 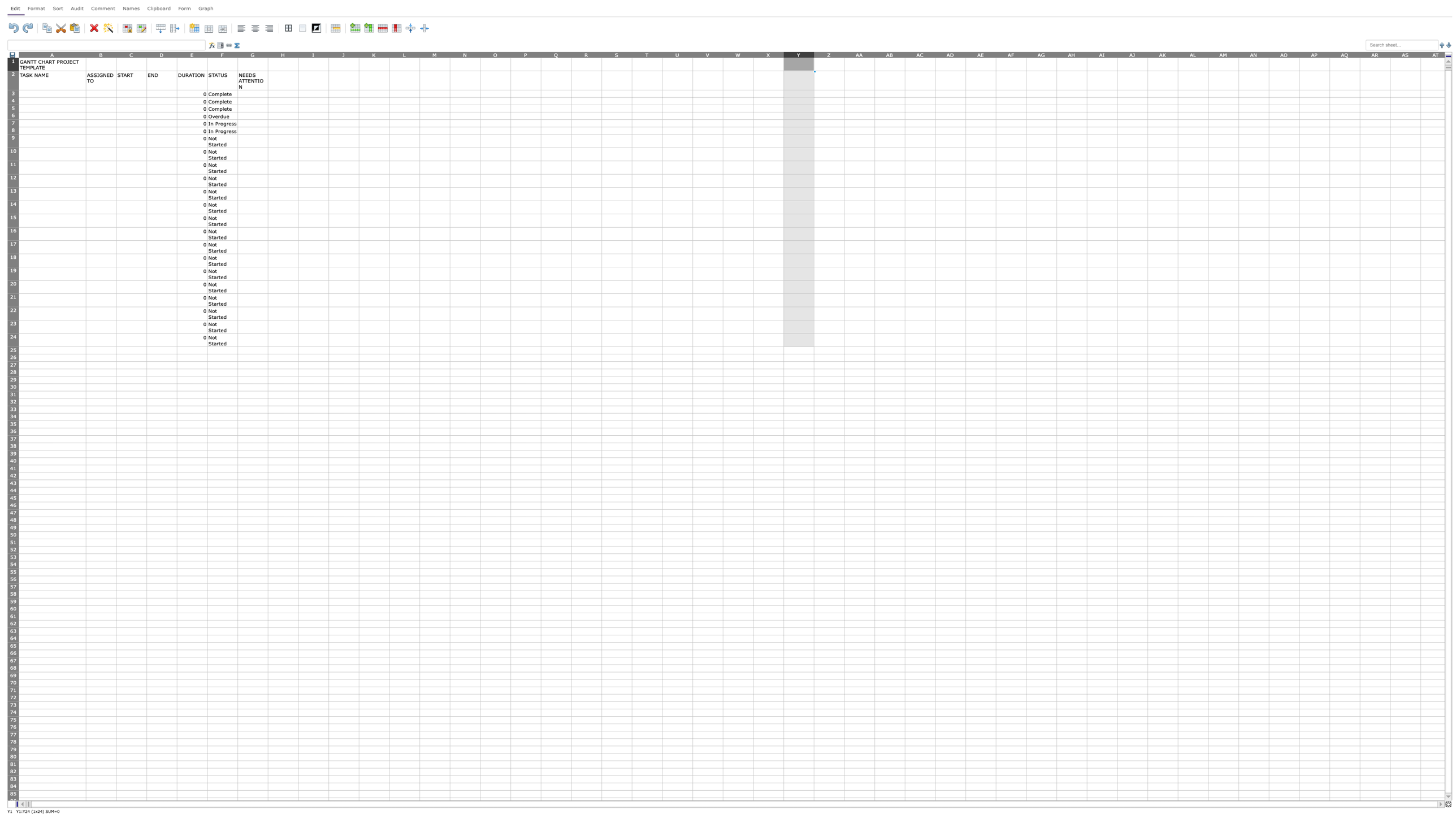 What do you see at coordinates (874, 54) in the screenshot?
I see `the width adjustment handle for column AA` at bounding box center [874, 54].